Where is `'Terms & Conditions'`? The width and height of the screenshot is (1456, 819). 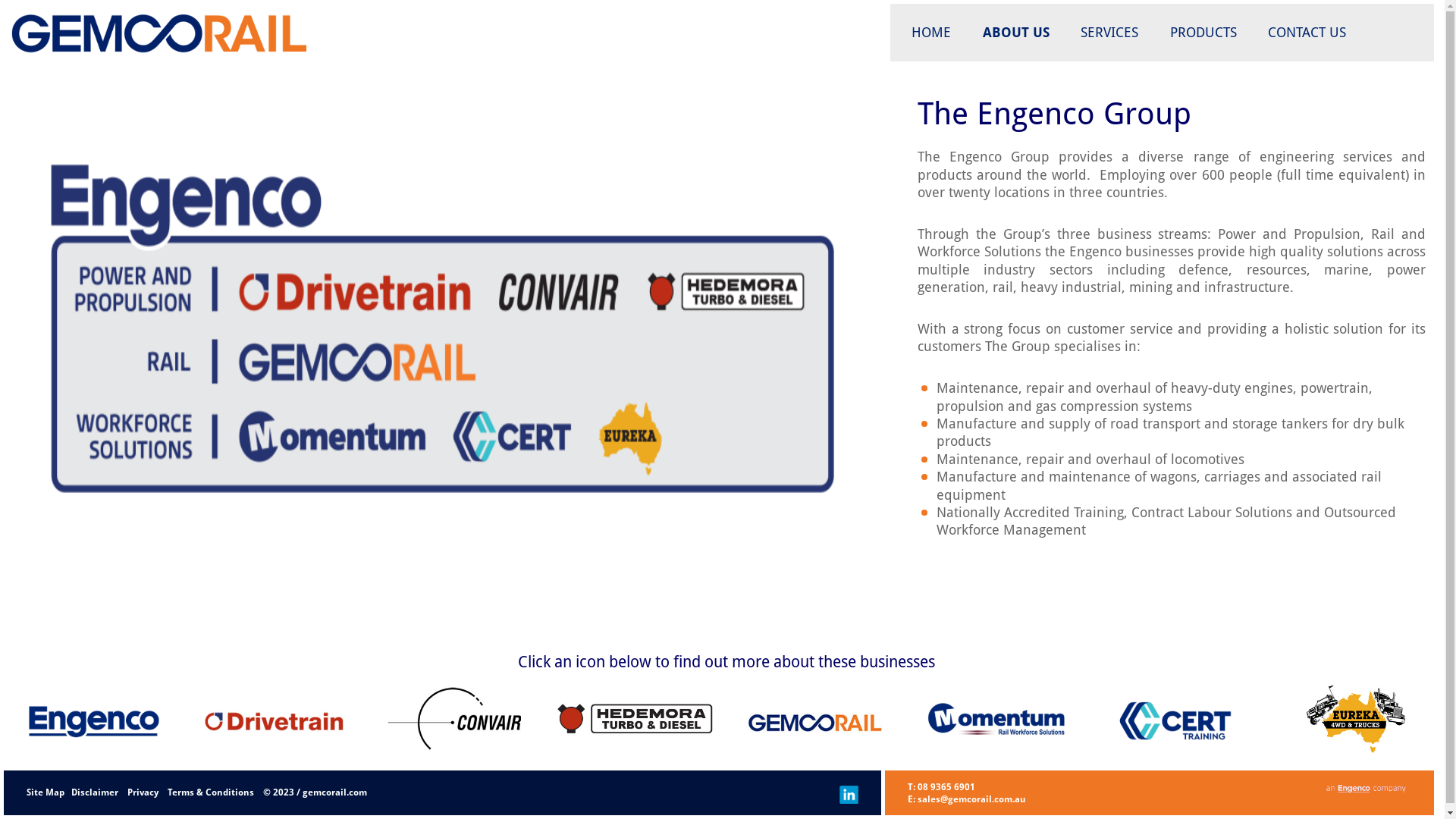
'Terms & Conditions' is located at coordinates (211, 792).